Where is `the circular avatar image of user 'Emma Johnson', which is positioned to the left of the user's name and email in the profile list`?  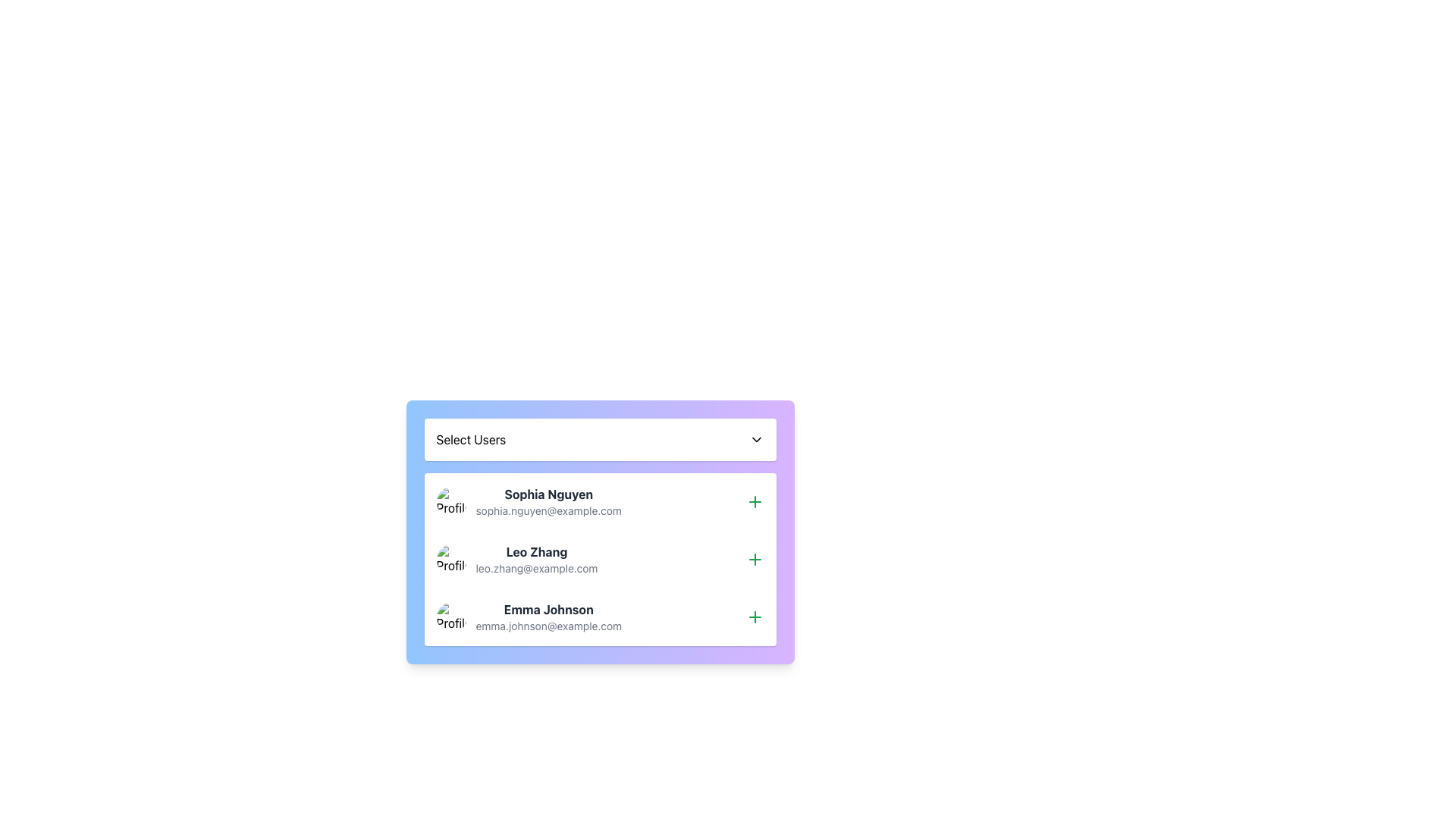
the circular avatar image of user 'Emma Johnson', which is positioned to the left of the user's name and email in the profile list is located at coordinates (450, 617).